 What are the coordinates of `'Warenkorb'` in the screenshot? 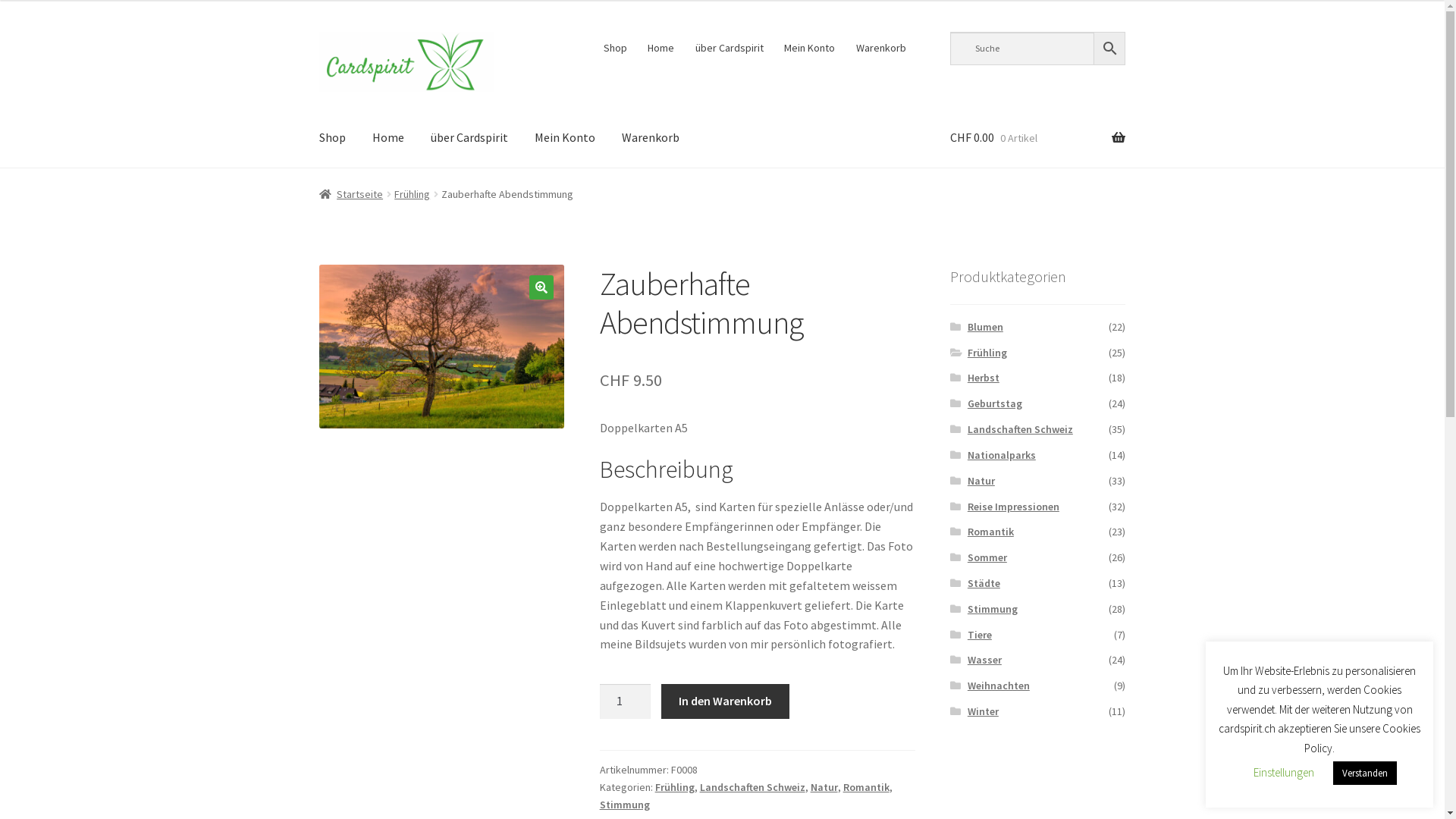 It's located at (651, 137).